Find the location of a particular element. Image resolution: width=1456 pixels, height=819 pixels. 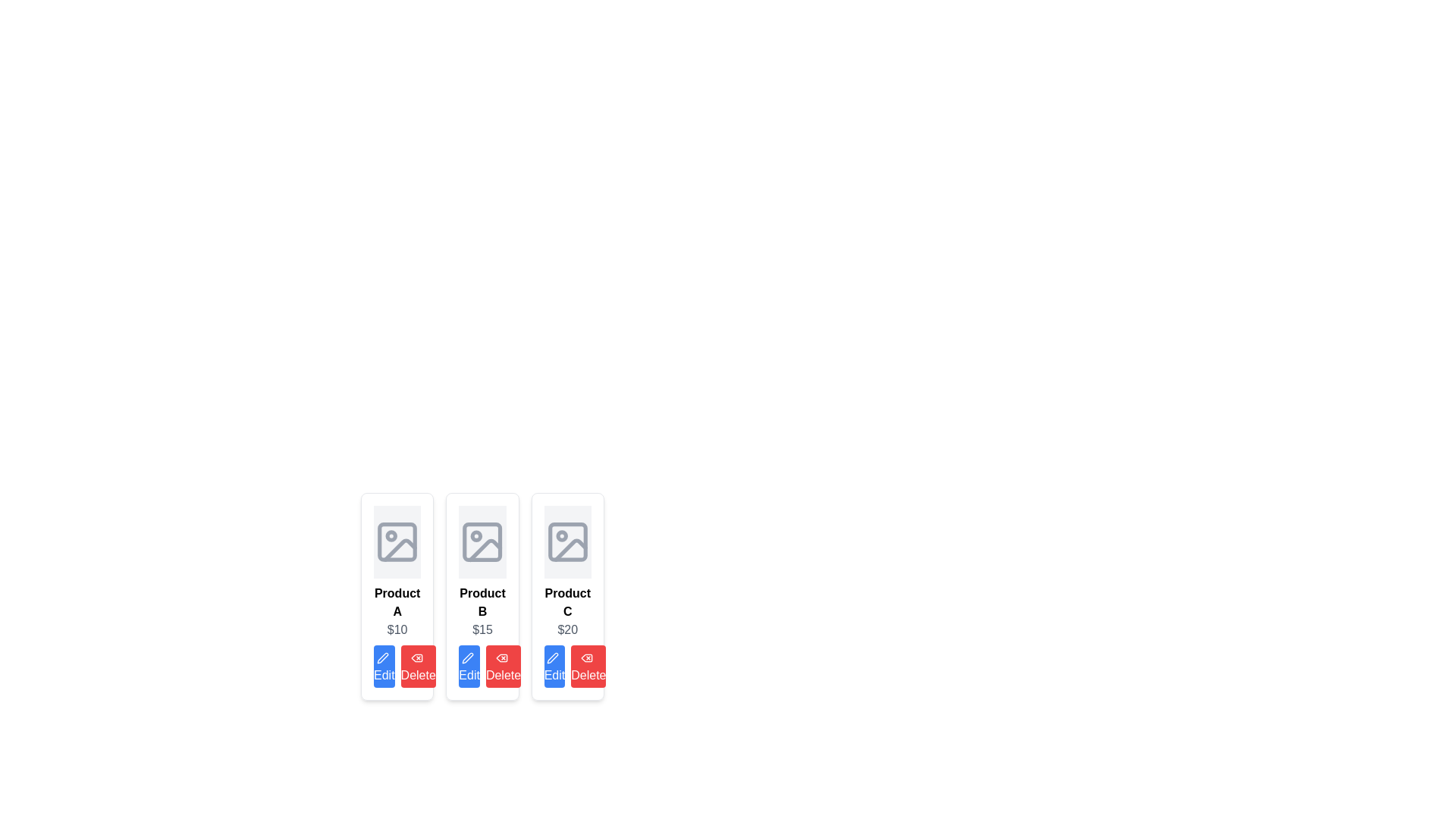

the static text element that displays the price information of 'Product B', which is located beneath the 'Product B' label and above the 'Edit' and 'Delete' buttons in the second card of the product list is located at coordinates (482, 629).